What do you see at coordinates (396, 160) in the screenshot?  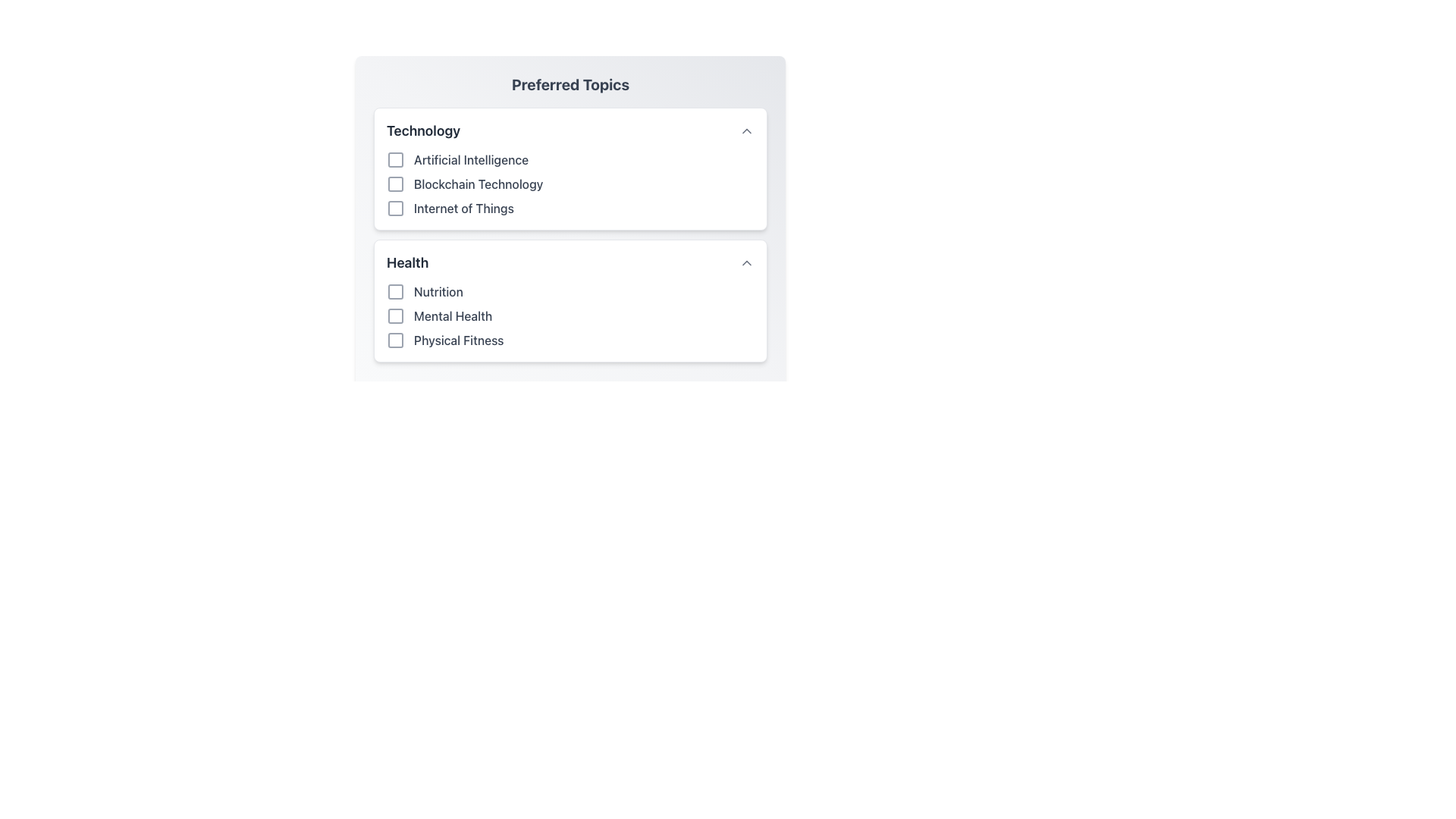 I see `the unselected gray checkbox located in the Technology section next to the Artificial Intelligence label` at bounding box center [396, 160].